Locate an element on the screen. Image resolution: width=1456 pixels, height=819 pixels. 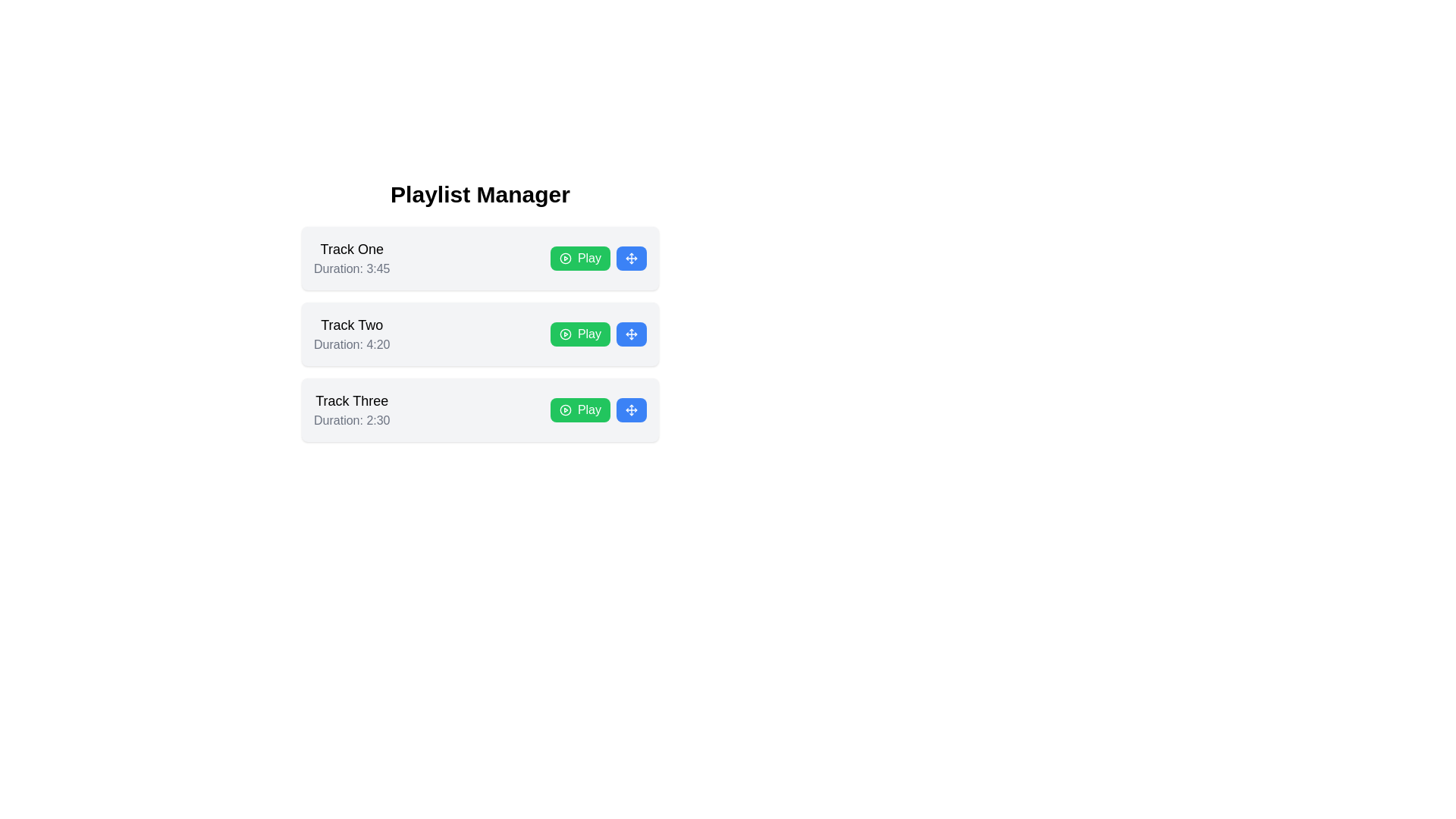
the 'Play' button with a green background and white text to initiate playback of the track is located at coordinates (598, 333).